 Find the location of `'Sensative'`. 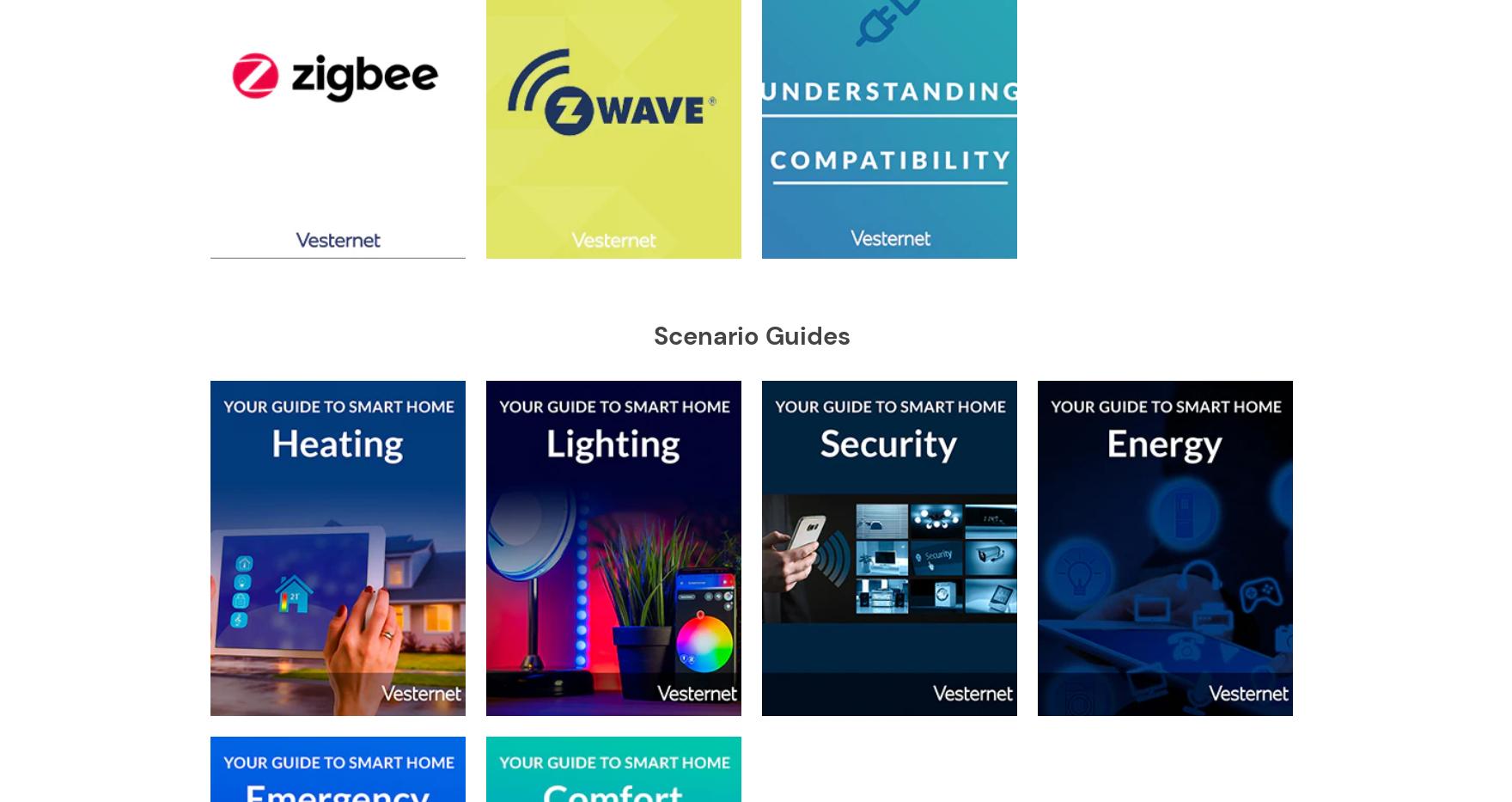

'Sensative' is located at coordinates (682, 550).